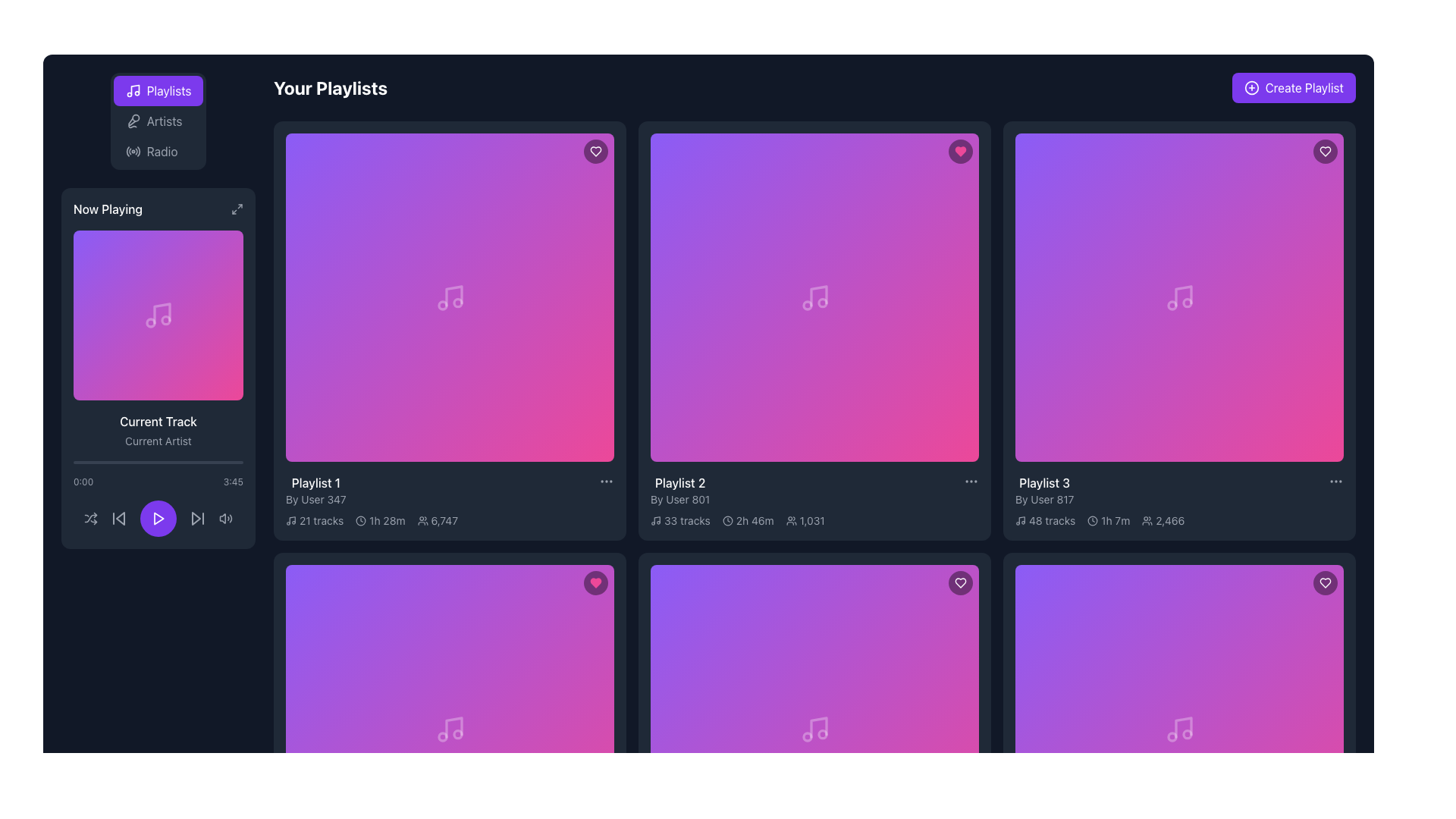 The width and height of the screenshot is (1456, 819). What do you see at coordinates (814, 297) in the screenshot?
I see `the music icon, which is represented as a white musical note on a gradient background, located in the second playlist card of the 'Your Playlists' section` at bounding box center [814, 297].